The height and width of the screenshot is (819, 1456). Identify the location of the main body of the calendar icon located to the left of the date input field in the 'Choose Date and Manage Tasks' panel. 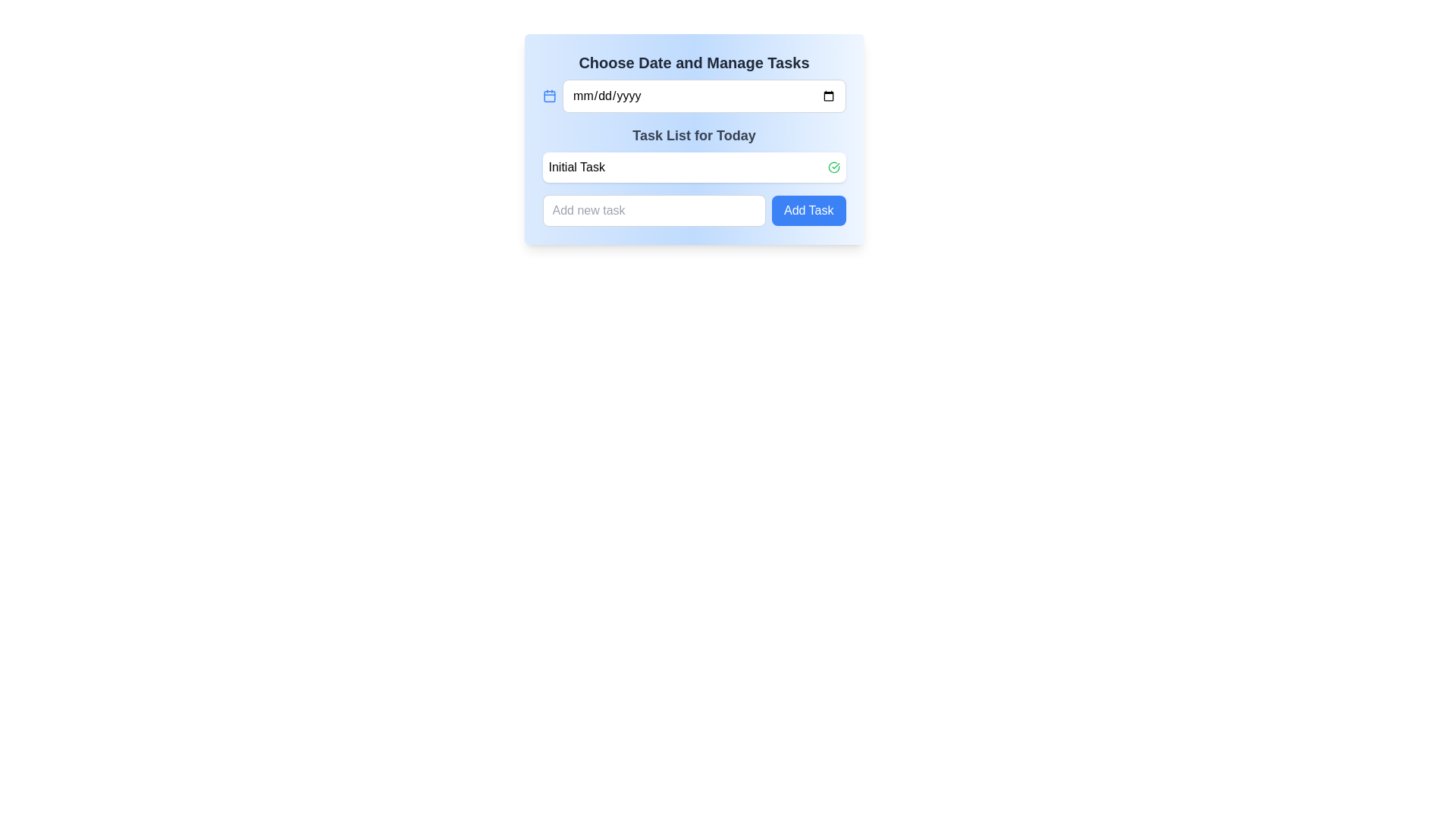
(548, 96).